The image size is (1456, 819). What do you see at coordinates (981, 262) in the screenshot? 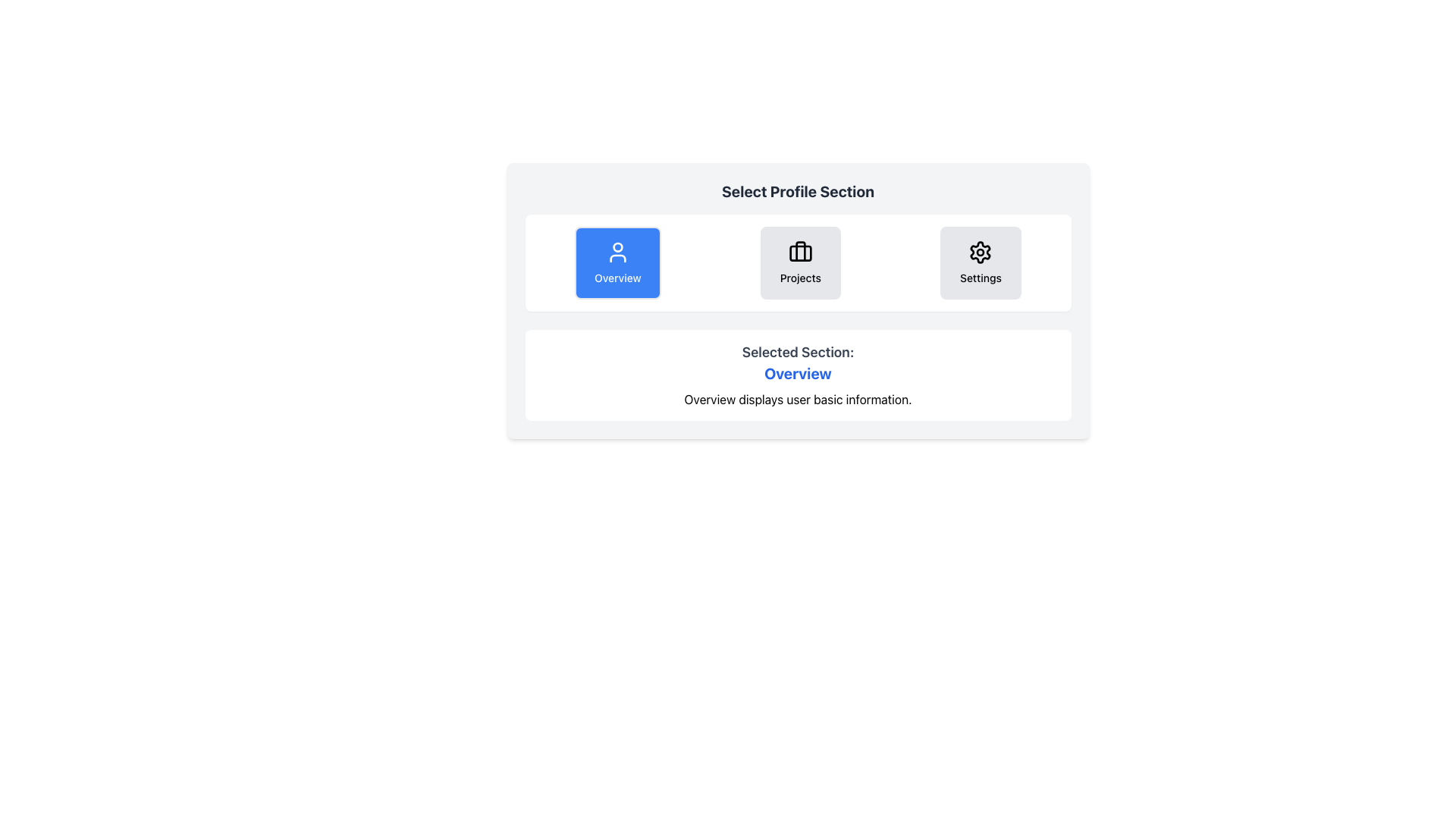
I see `the Settings button, which has a central black cogwheel icon and the text 'Settings' below it` at bounding box center [981, 262].